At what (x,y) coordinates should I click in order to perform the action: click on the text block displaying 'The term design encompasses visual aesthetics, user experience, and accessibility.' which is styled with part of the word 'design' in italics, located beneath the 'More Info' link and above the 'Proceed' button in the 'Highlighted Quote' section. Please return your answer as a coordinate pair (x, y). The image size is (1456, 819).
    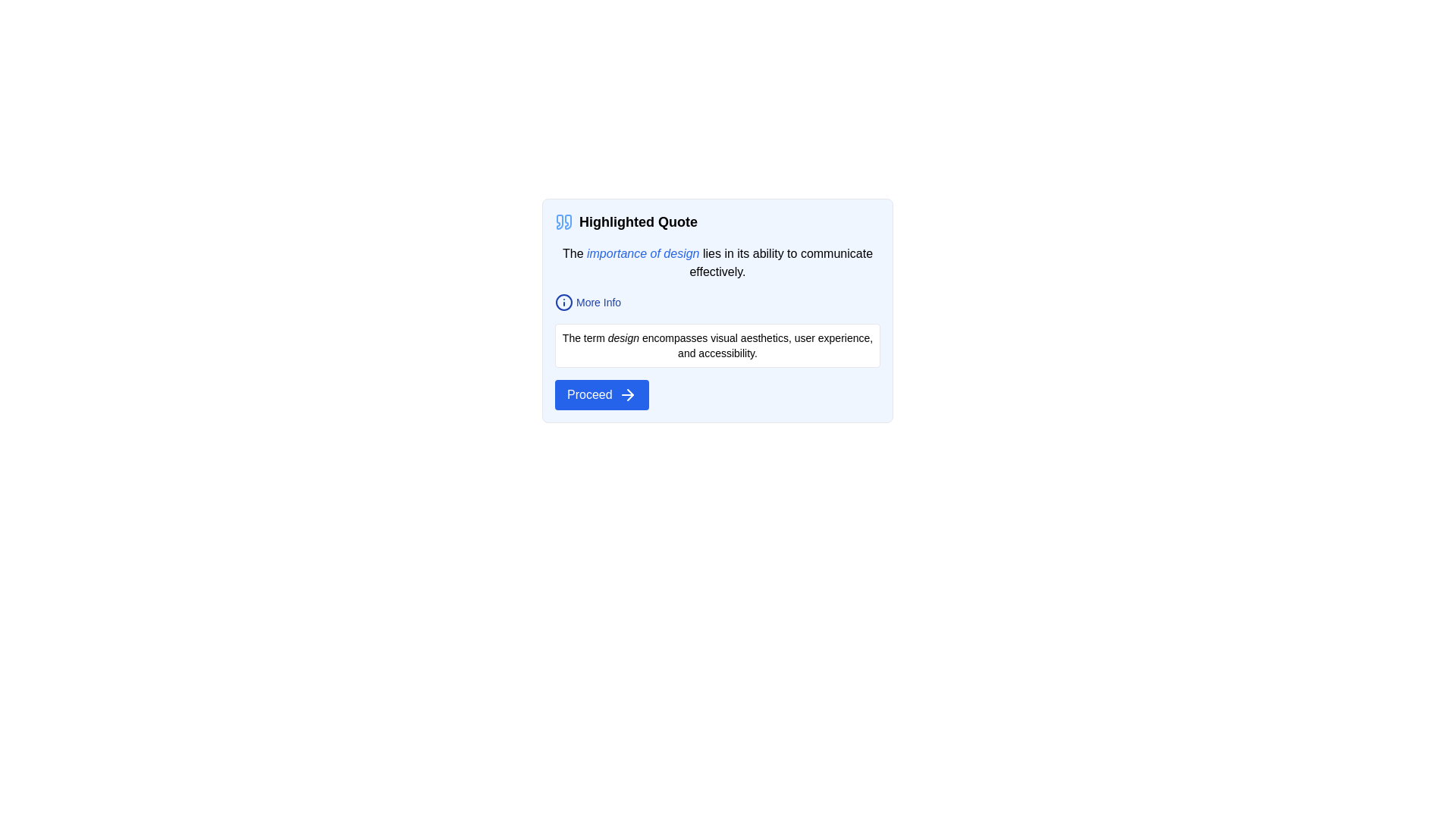
    Looking at the image, I should click on (717, 345).